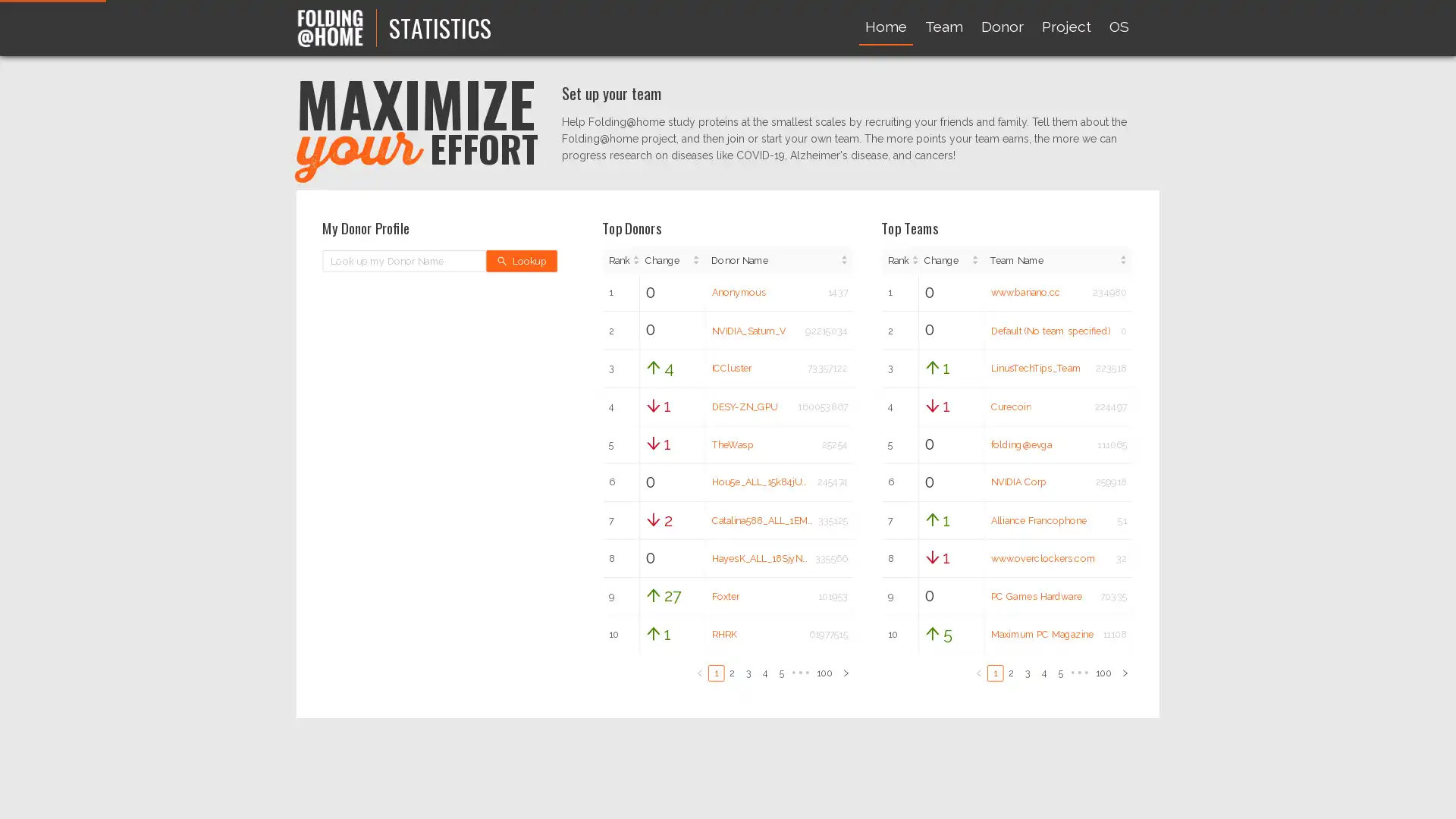 The width and height of the screenshot is (1456, 819). I want to click on search Lookup, so click(521, 259).